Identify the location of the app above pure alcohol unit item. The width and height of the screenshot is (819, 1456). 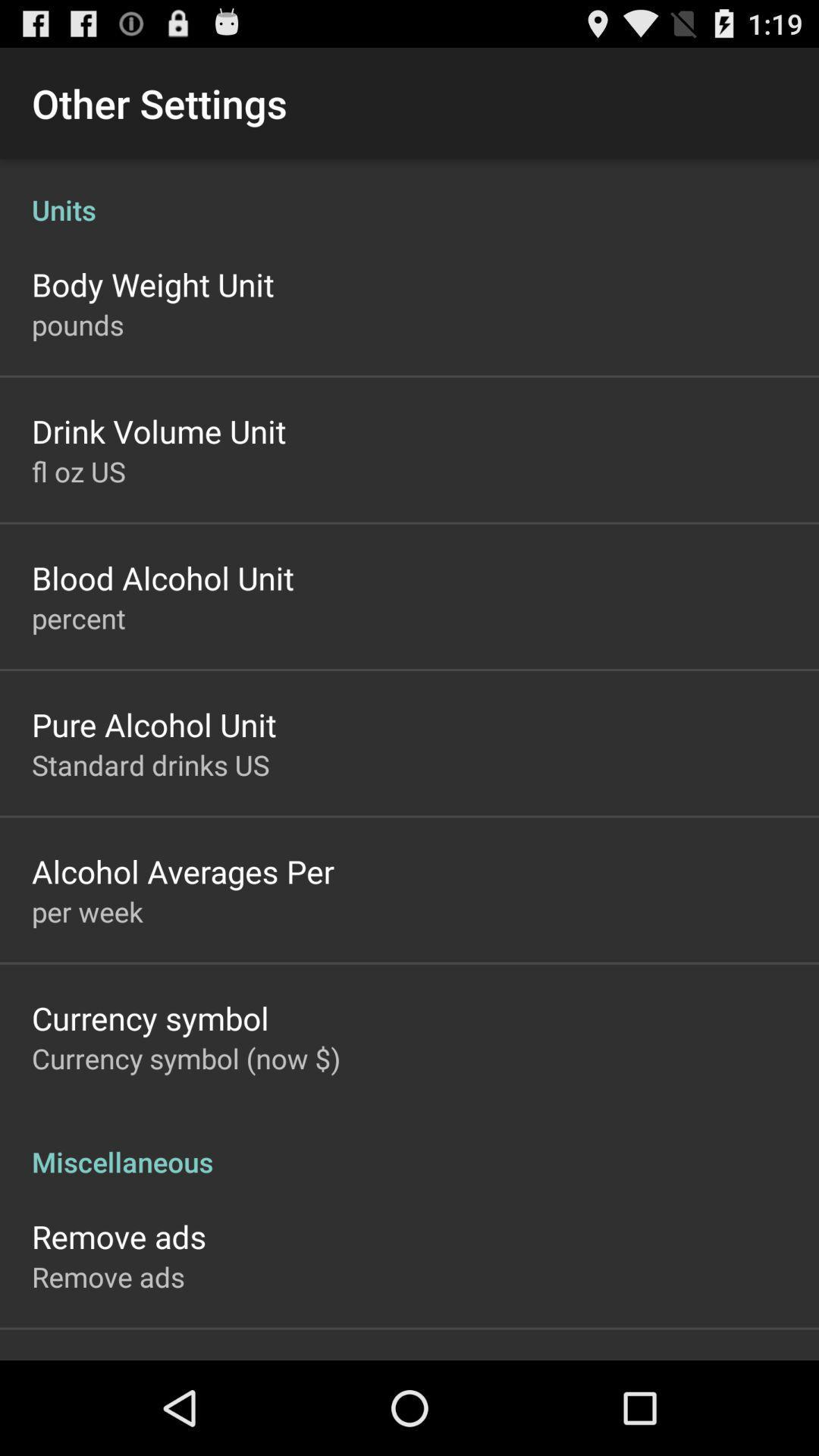
(78, 618).